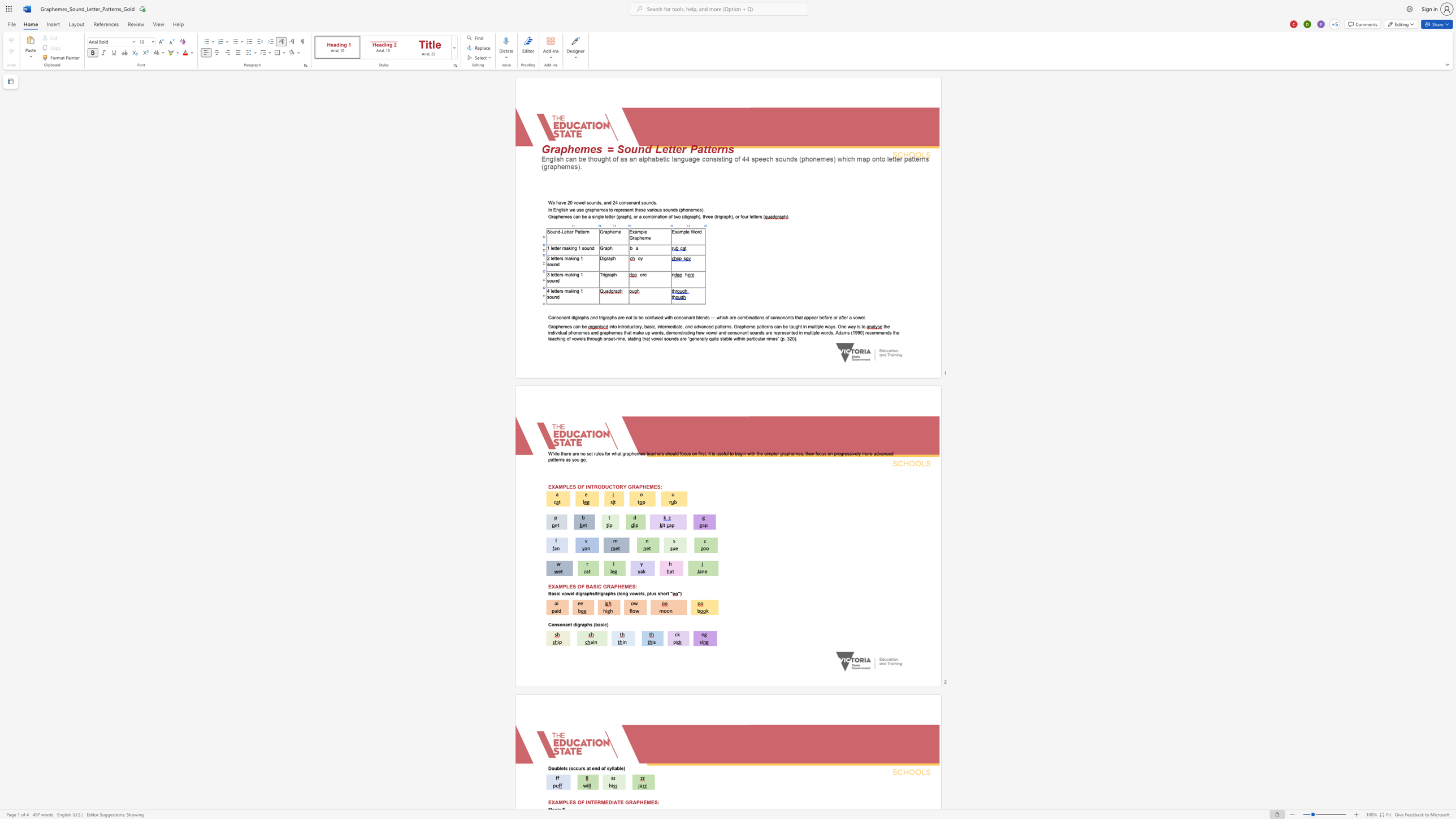 Image resolution: width=1456 pixels, height=819 pixels. What do you see at coordinates (587, 587) in the screenshot?
I see `the 1th character "B" in the text` at bounding box center [587, 587].